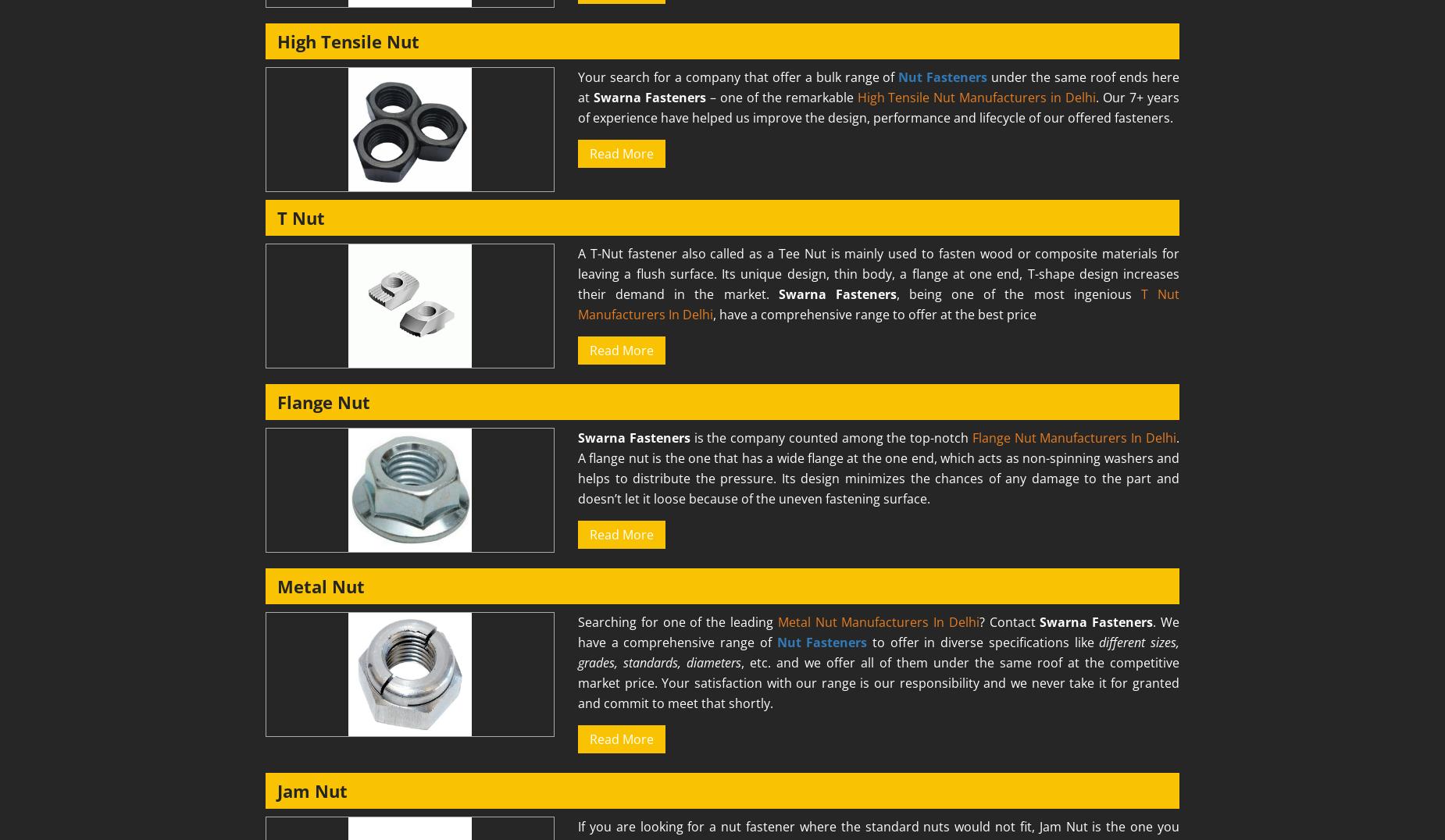 This screenshot has width=1445, height=840. I want to click on 'under the same roof ends here at', so click(578, 87).